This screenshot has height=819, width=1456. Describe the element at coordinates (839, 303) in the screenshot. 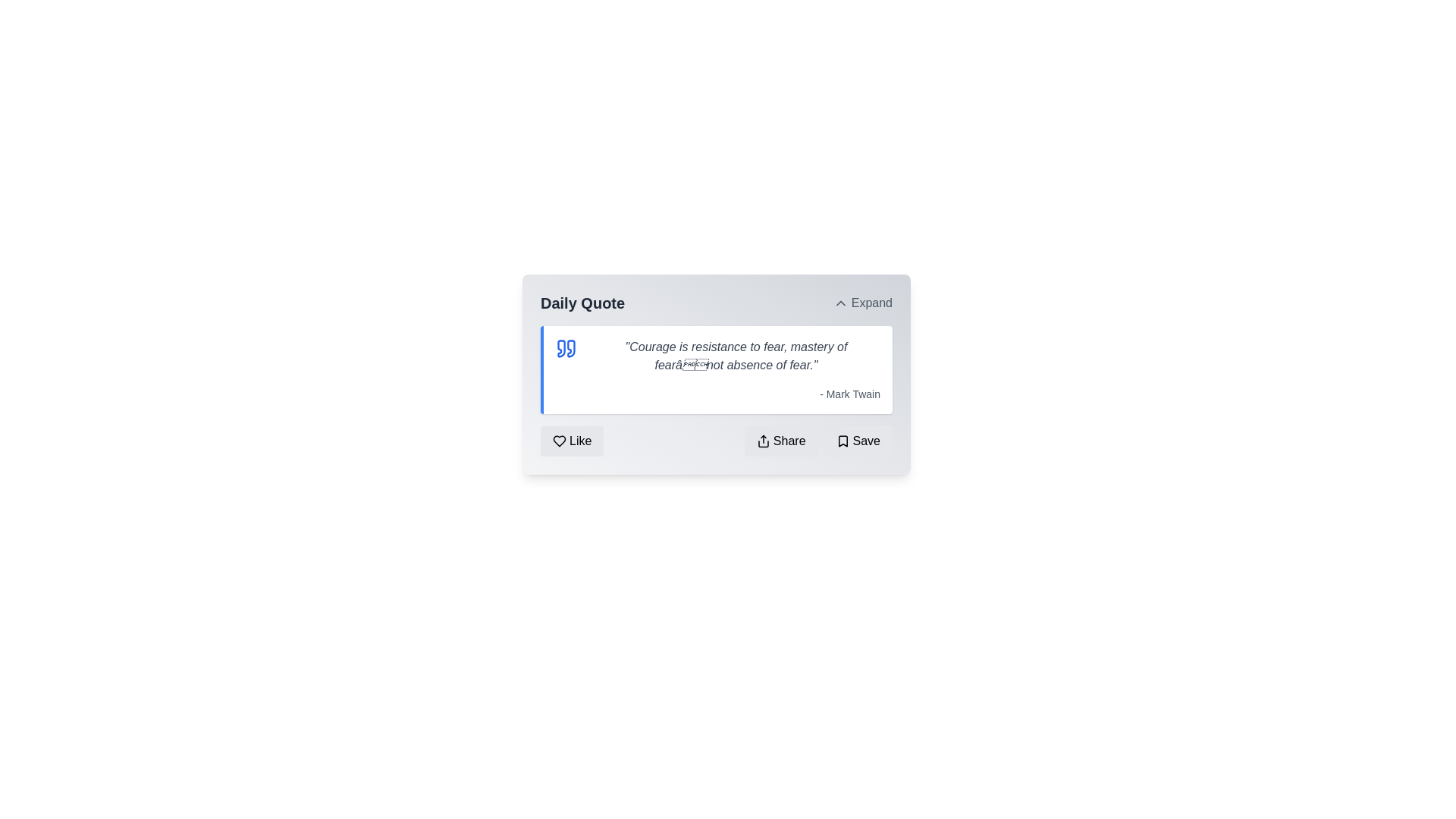

I see `the chevron icon located to the left of the 'Expand' text in the header section of the card` at that location.